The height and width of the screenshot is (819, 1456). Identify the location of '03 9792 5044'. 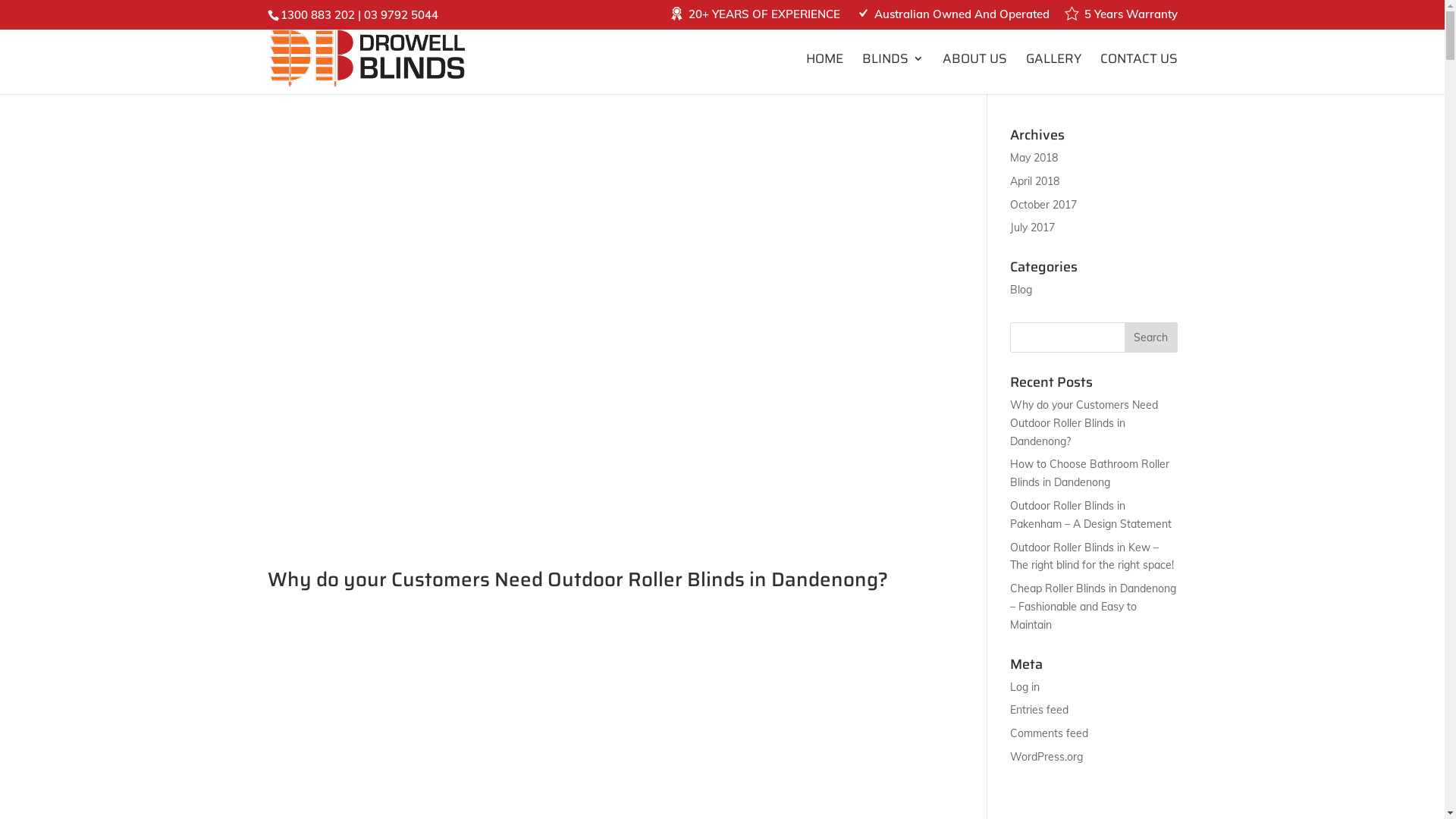
(364, 14).